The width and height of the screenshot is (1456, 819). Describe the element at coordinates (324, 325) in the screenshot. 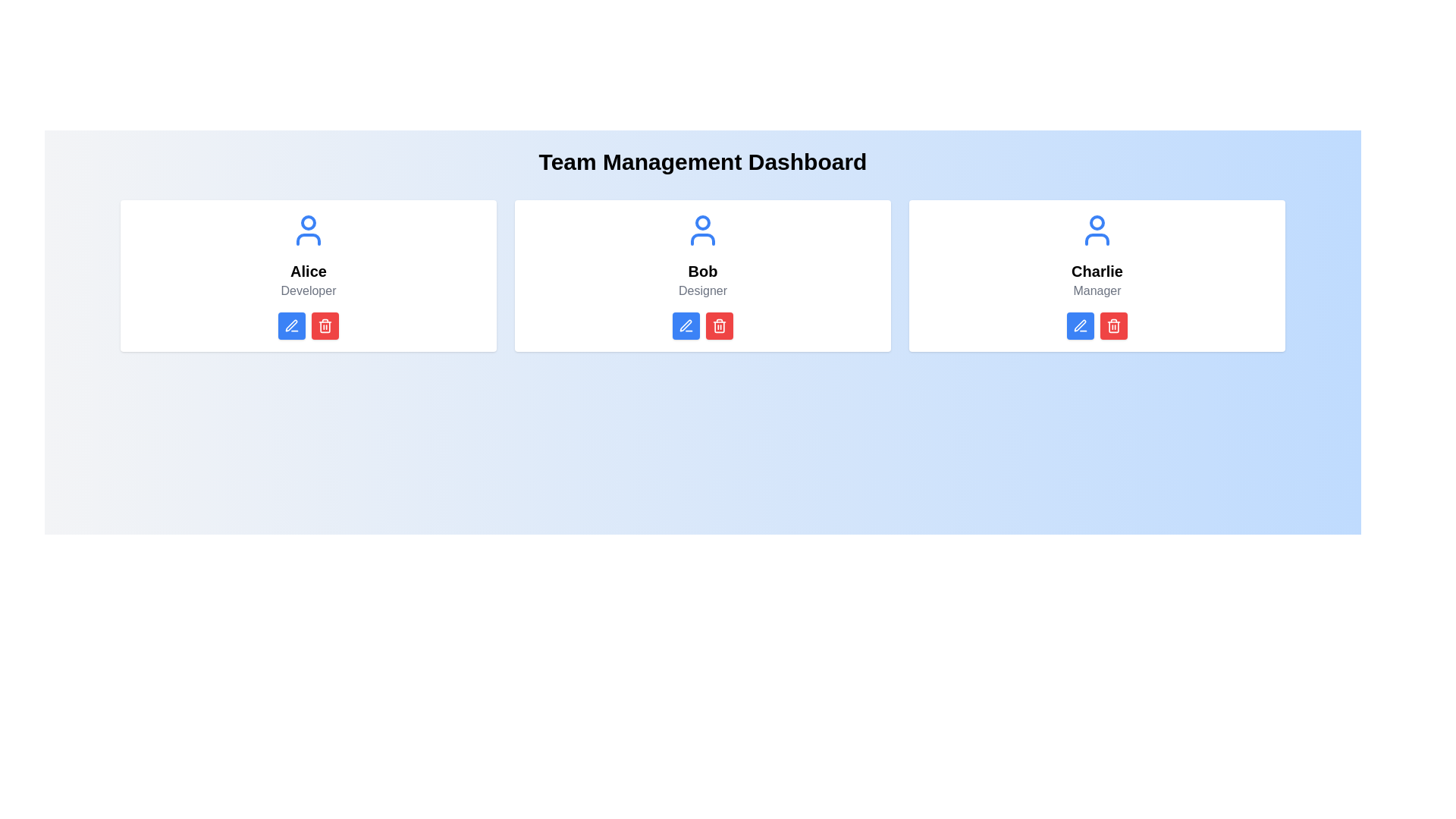

I see `the delete icon, which is the rightmost icon in the button group located below the user information section titled 'Alice' with the role 'Developer'` at that location.